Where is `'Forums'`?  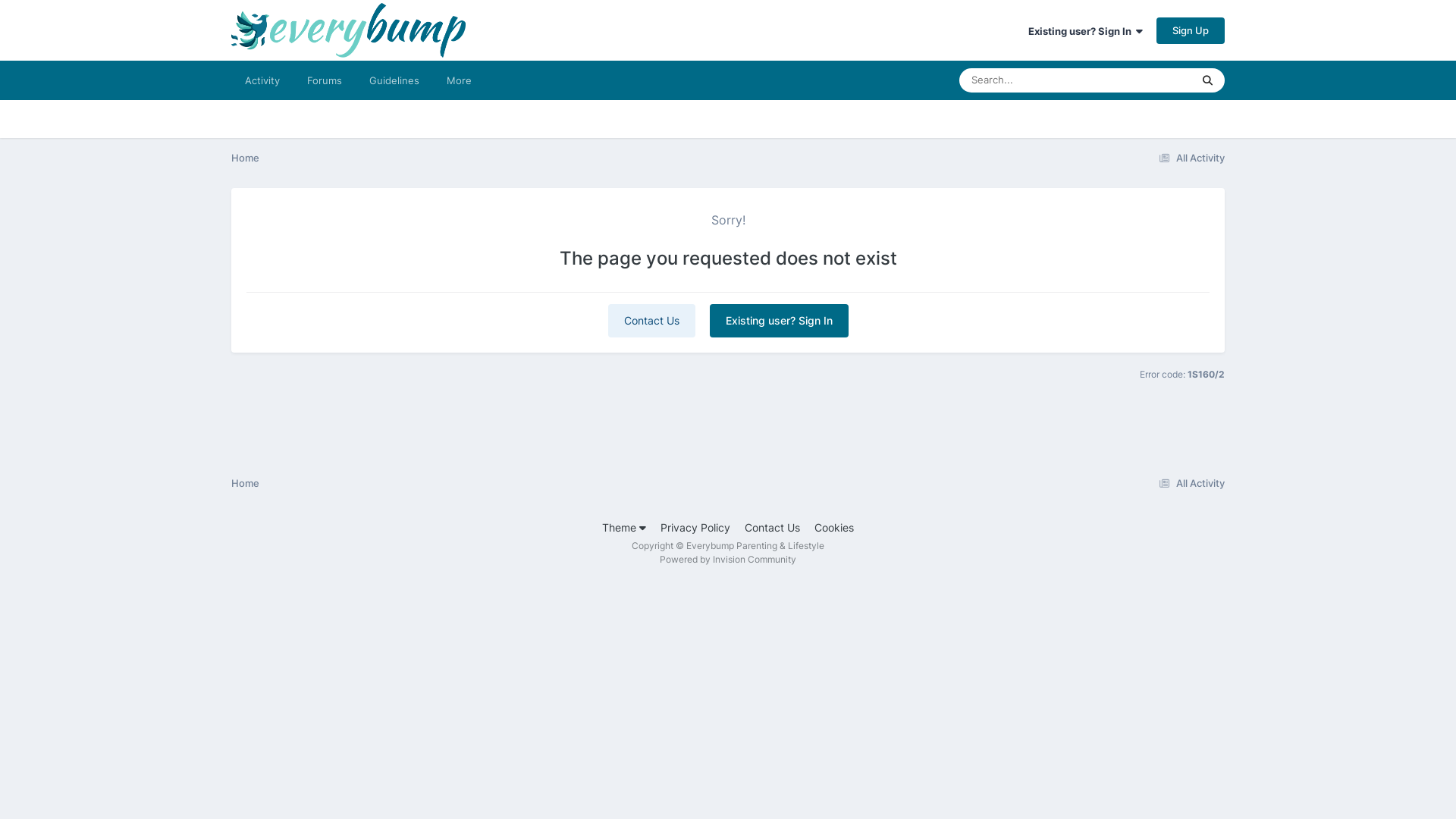 'Forums' is located at coordinates (323, 80).